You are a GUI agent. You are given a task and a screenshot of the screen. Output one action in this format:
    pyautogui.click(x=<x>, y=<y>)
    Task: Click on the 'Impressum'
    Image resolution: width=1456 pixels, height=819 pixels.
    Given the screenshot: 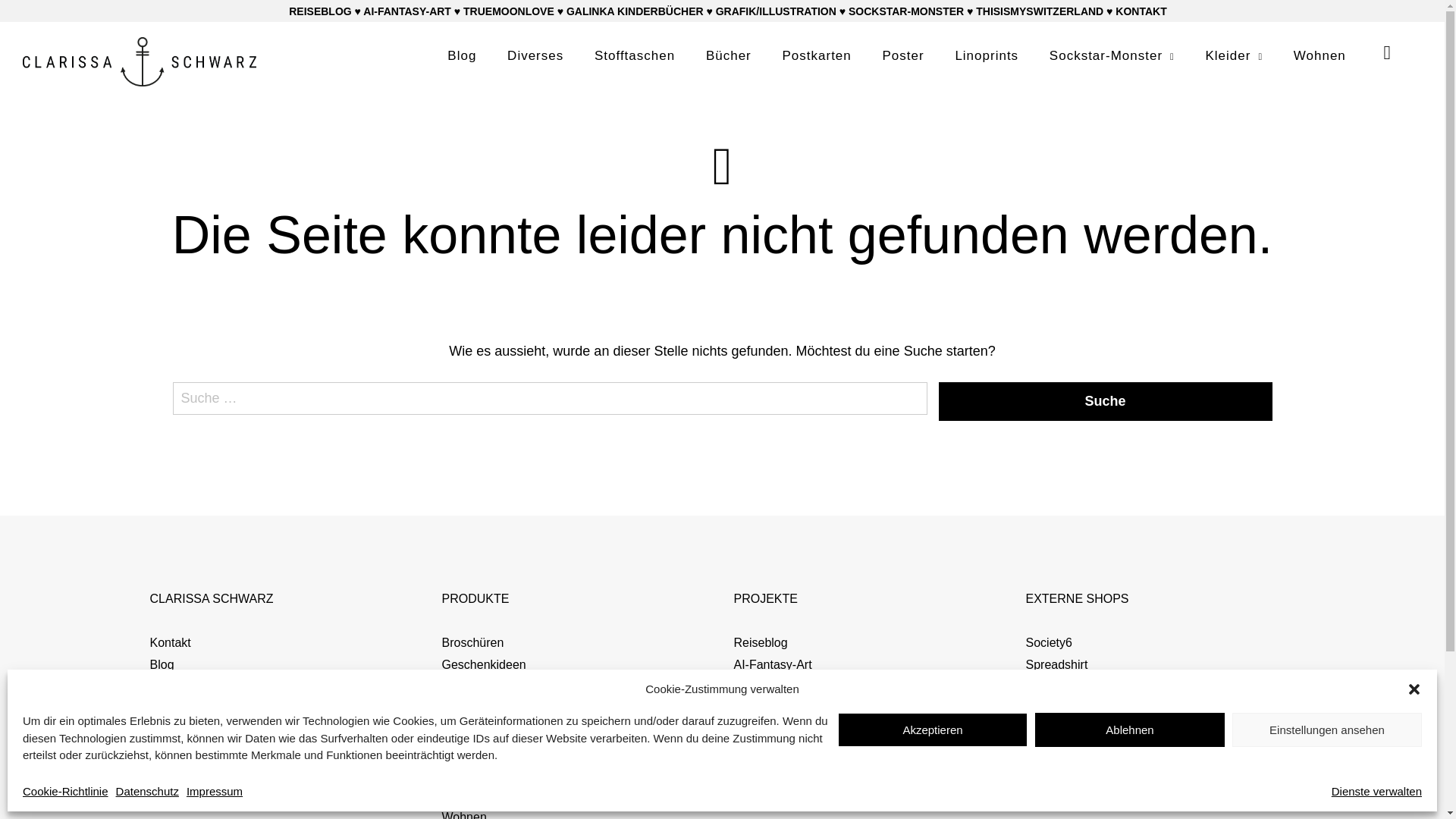 What is the action you would take?
    pyautogui.click(x=185, y=790)
    